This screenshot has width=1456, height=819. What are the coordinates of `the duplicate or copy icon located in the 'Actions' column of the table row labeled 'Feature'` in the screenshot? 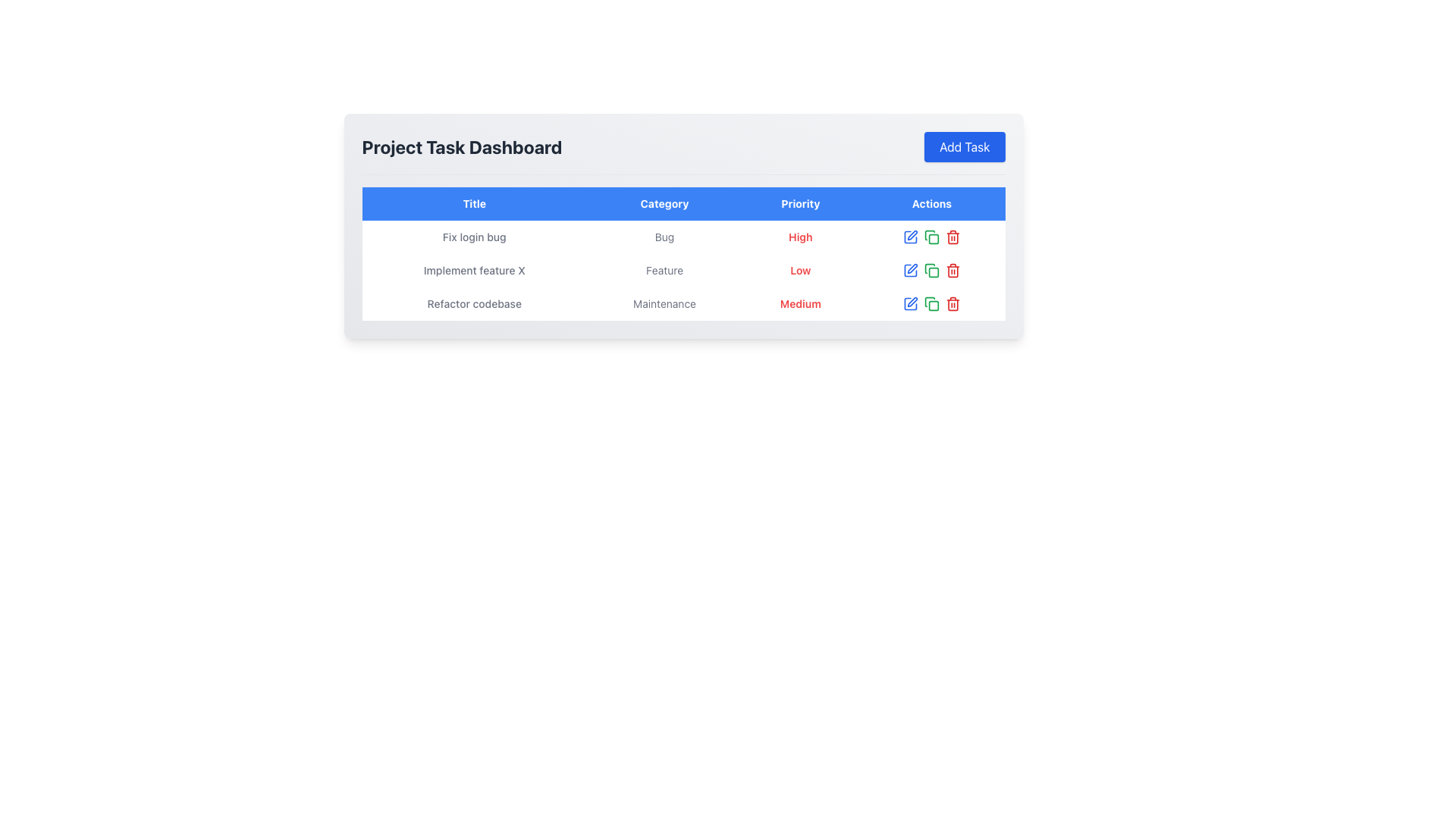 It's located at (929, 268).